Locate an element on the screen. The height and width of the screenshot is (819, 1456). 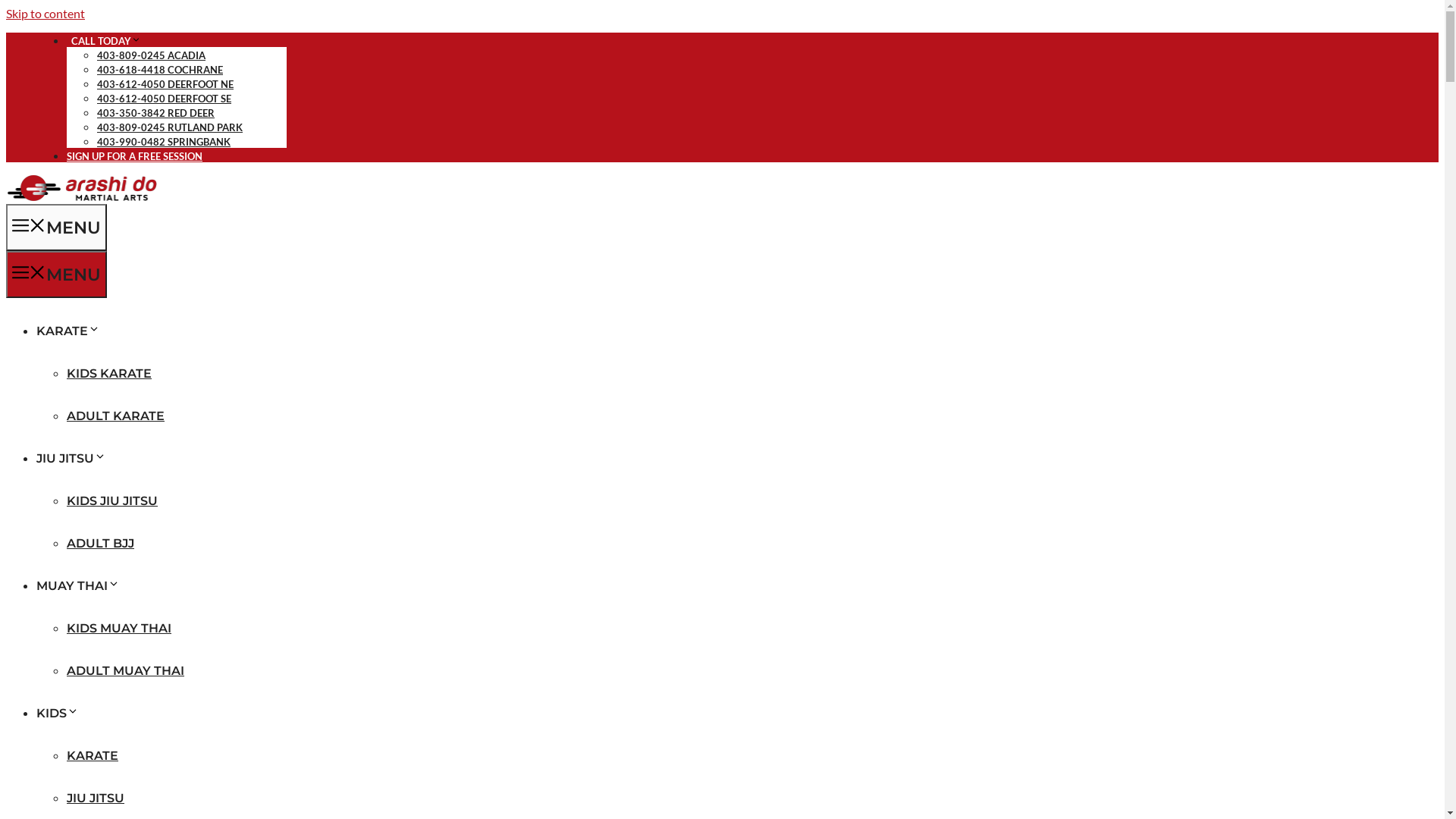
'SIGN UP FOR A FREE SESSION' is located at coordinates (134, 155).